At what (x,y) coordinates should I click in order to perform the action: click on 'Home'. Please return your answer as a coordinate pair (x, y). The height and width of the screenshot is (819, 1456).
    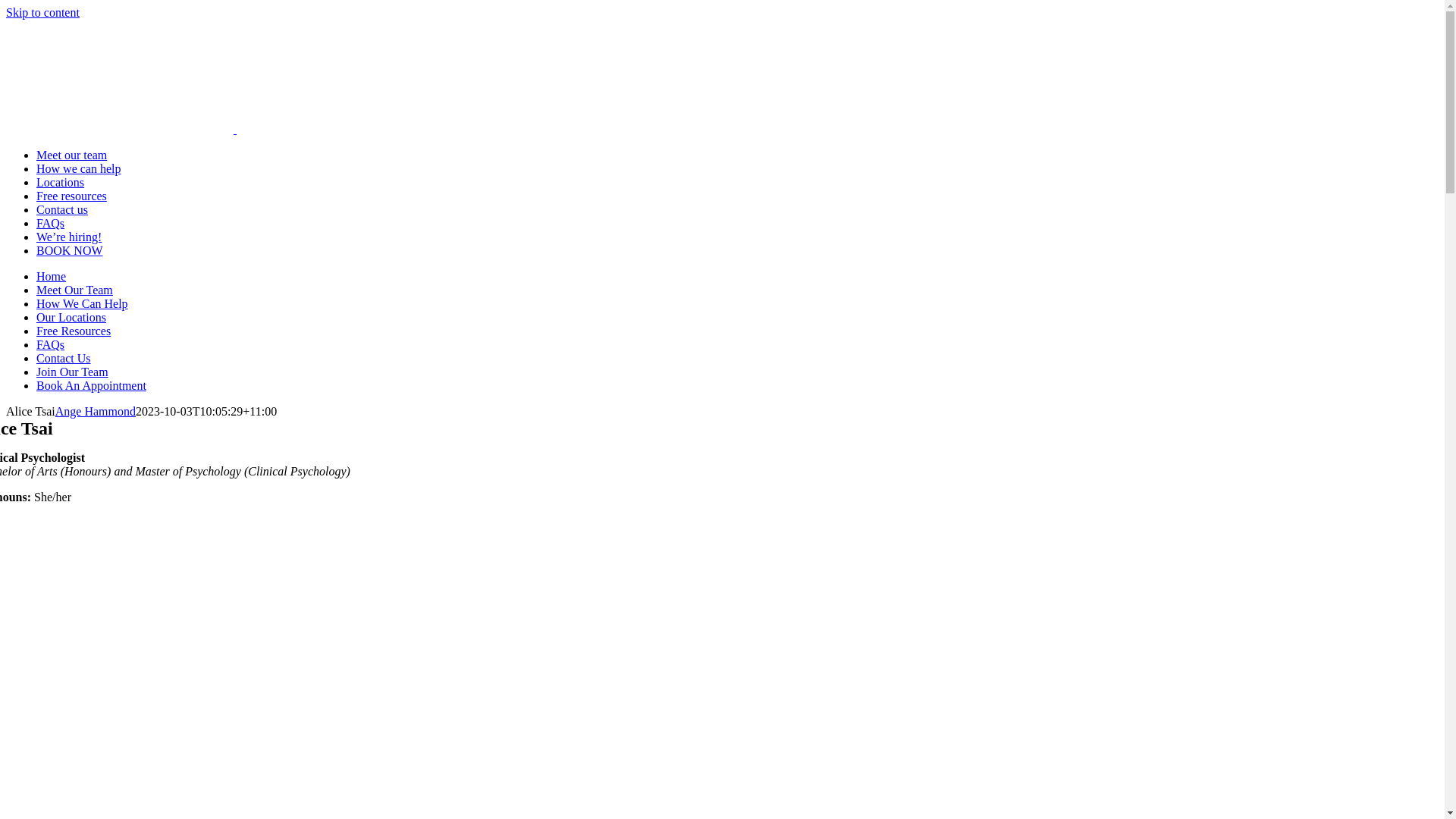
    Looking at the image, I should click on (51, 276).